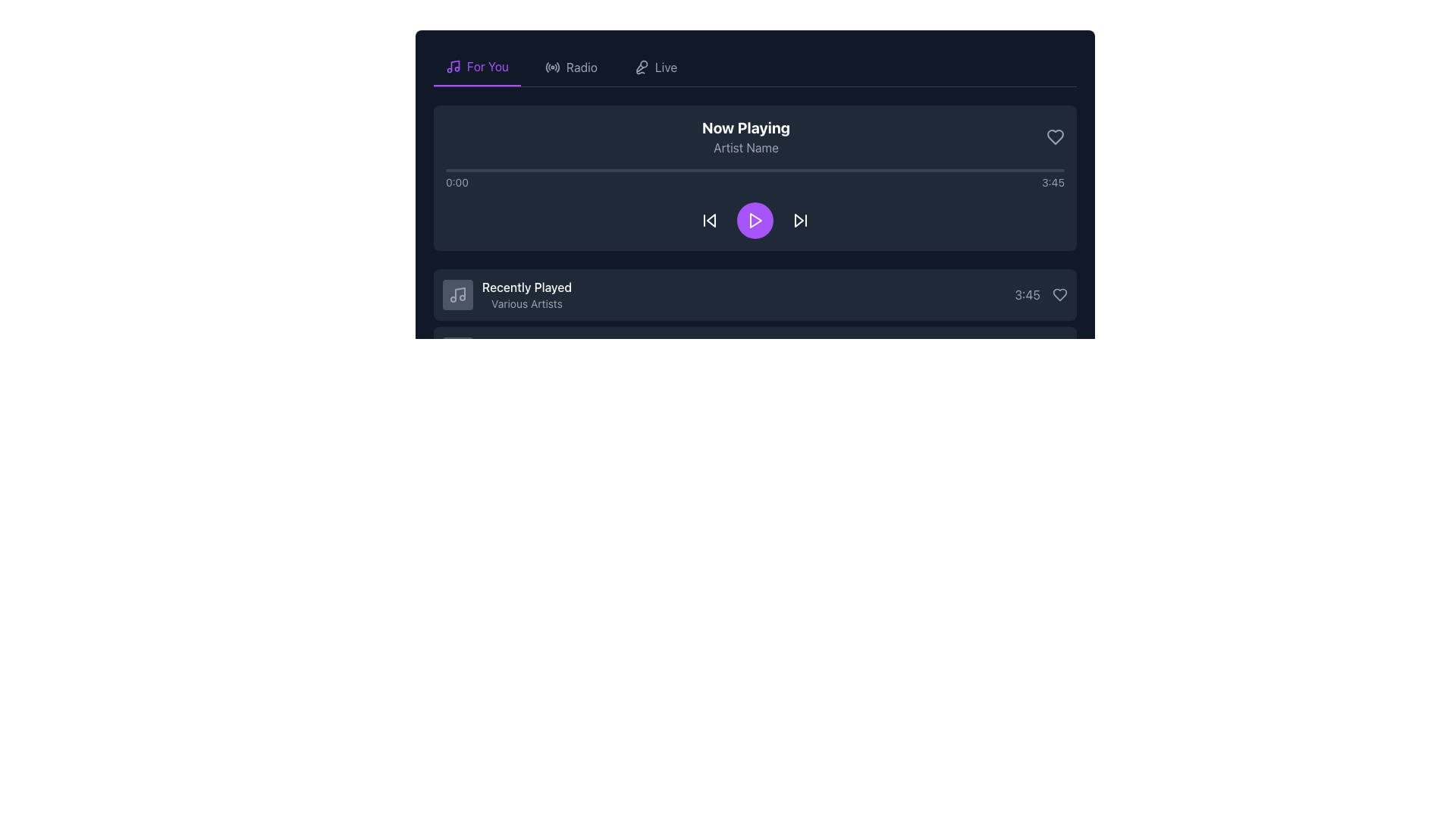  Describe the element at coordinates (581, 66) in the screenshot. I see `the 'Radio' label at the top of the page` at that location.